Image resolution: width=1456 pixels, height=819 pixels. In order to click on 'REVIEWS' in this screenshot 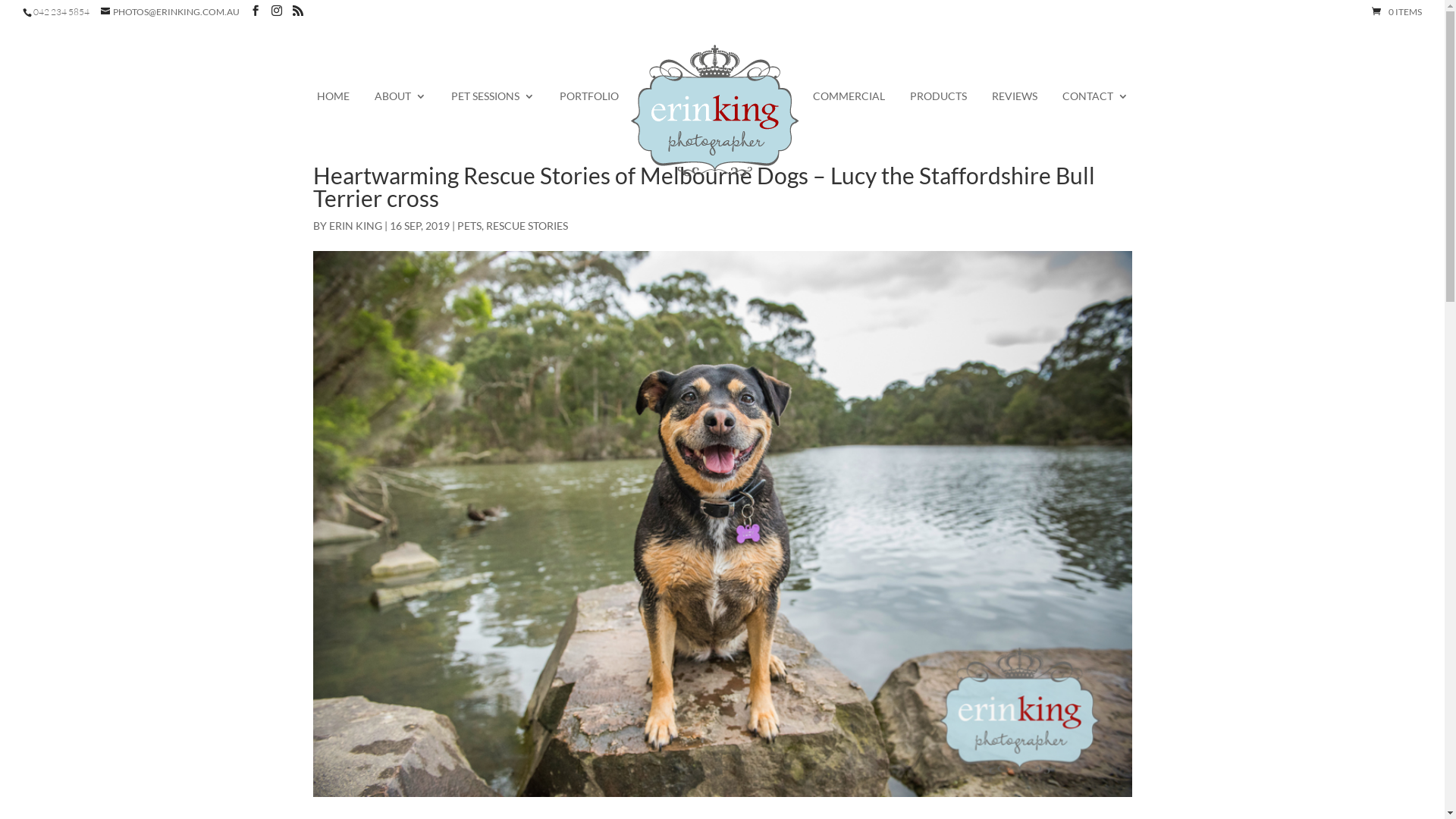, I will do `click(992, 105)`.